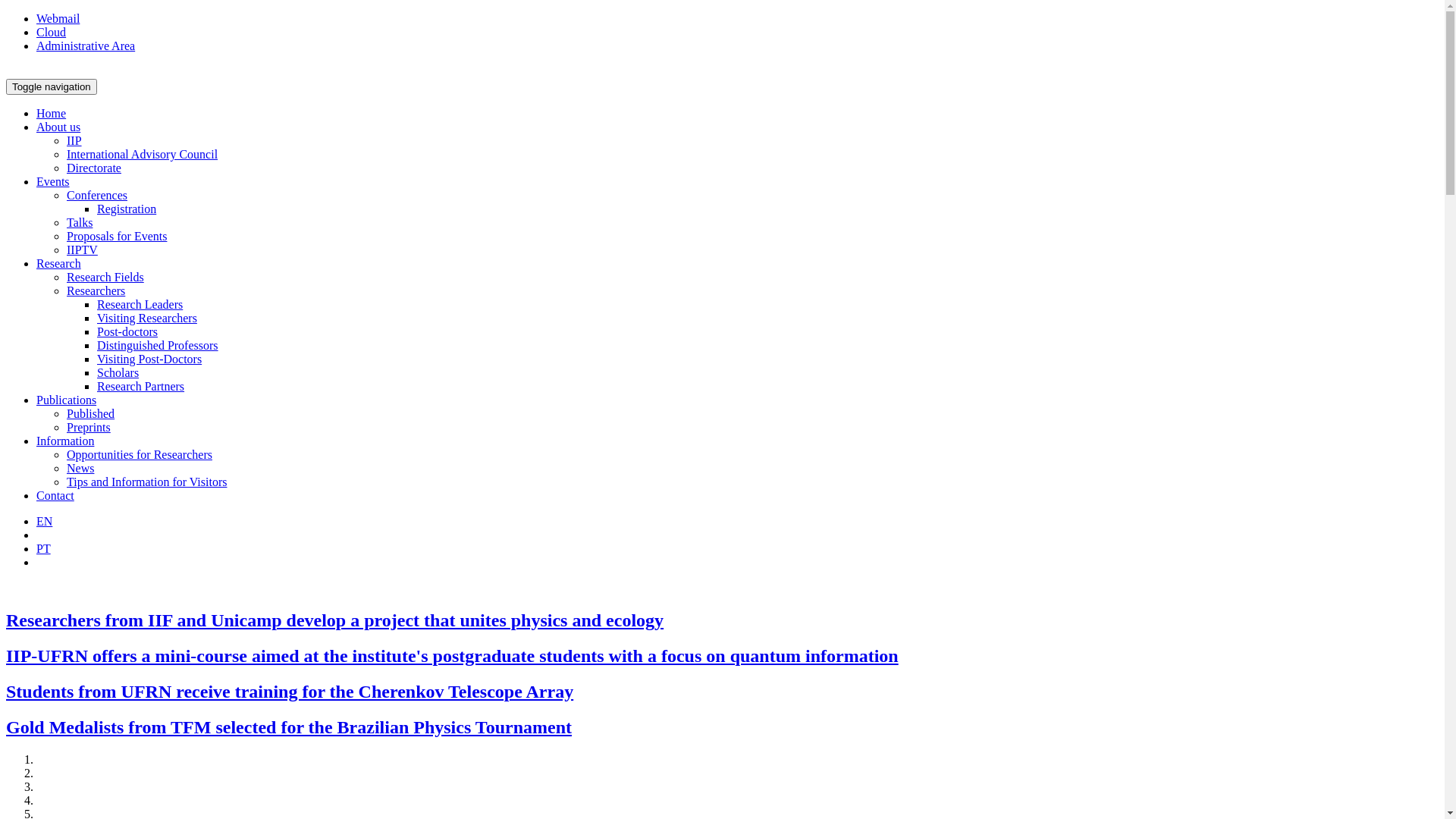 This screenshot has width=1456, height=819. Describe the element at coordinates (58, 262) in the screenshot. I see `'Research'` at that location.